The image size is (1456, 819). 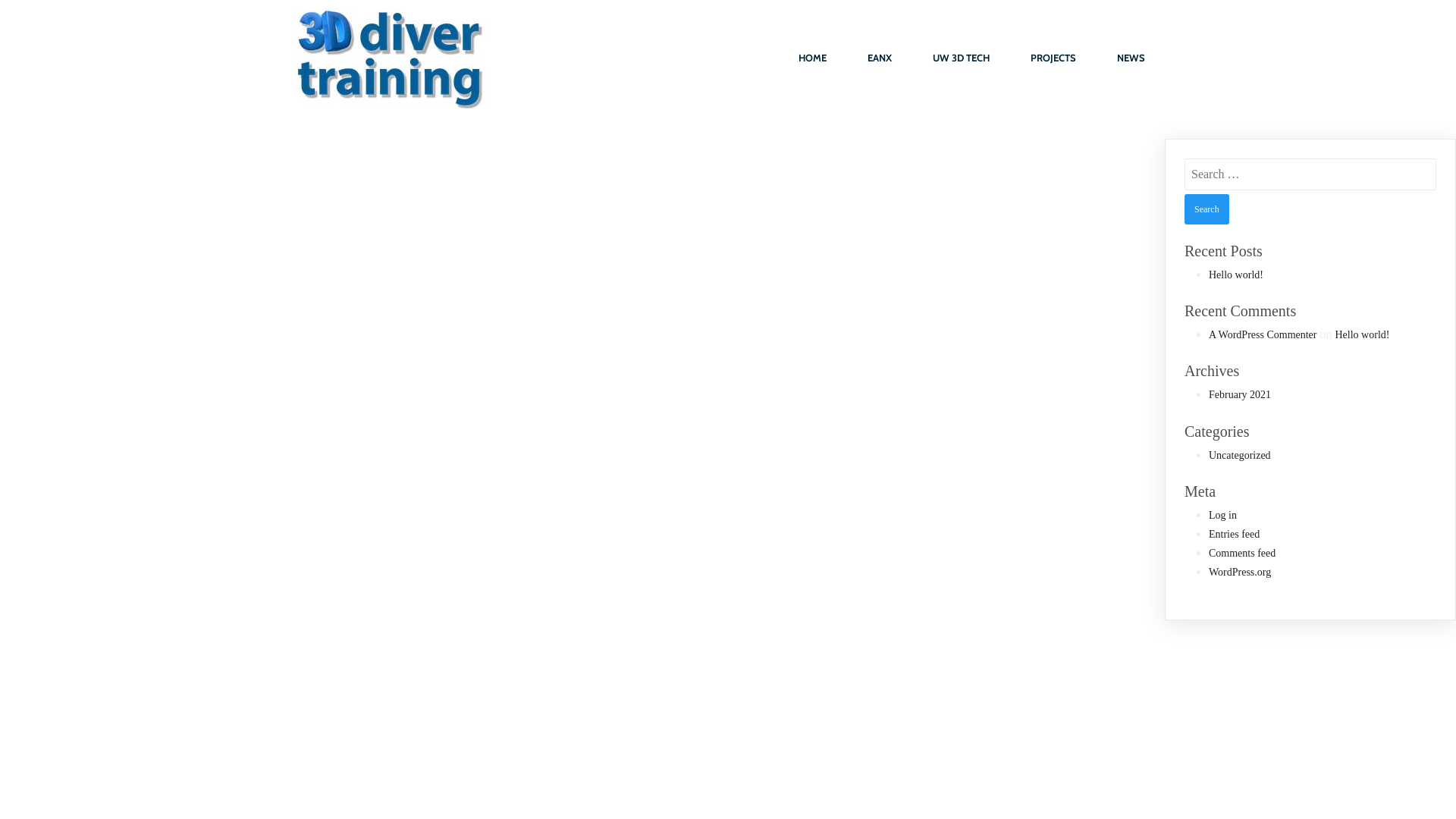 I want to click on 'HOME', so click(x=811, y=58).